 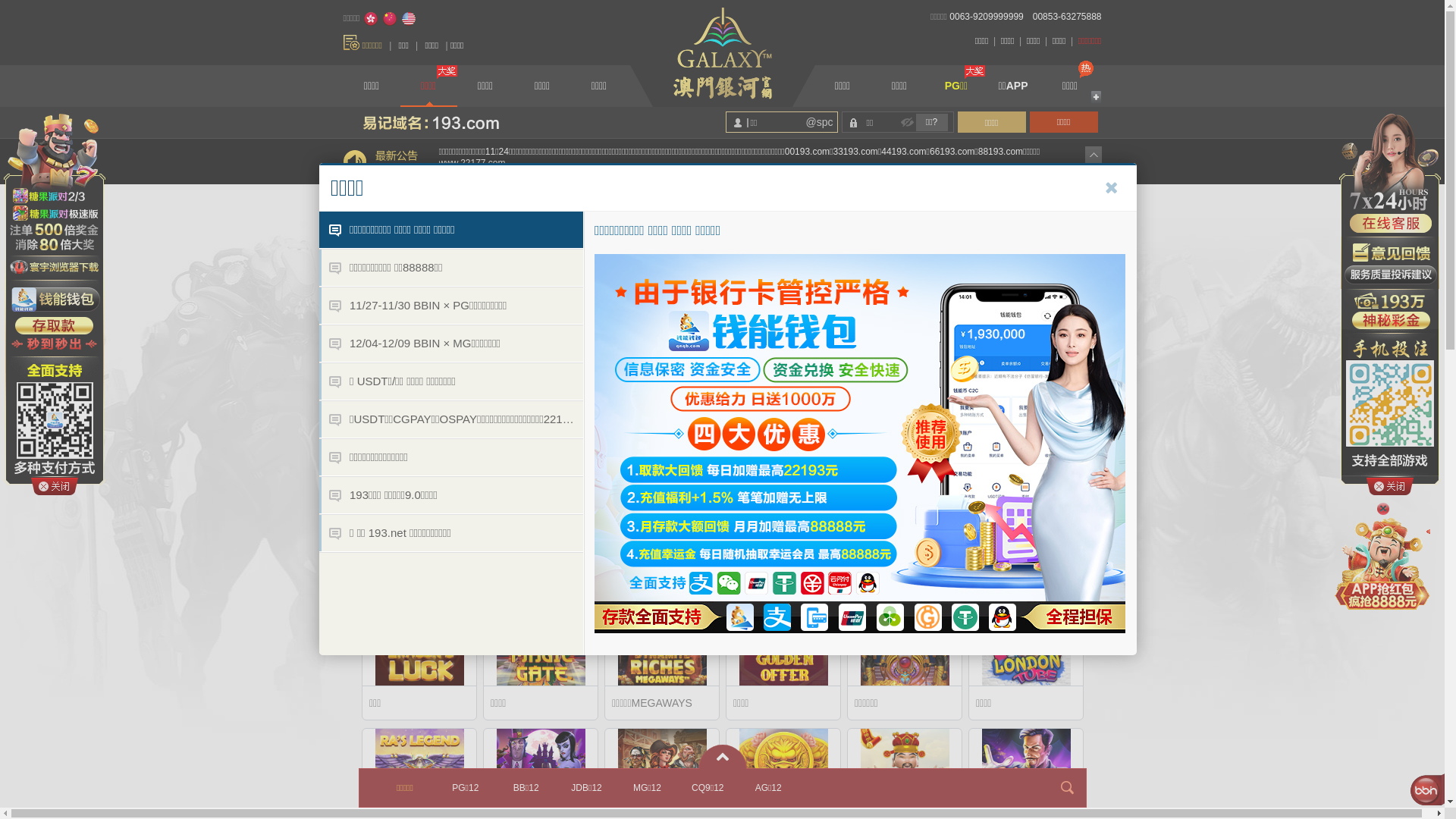 I want to click on 'English', so click(x=408, y=18).